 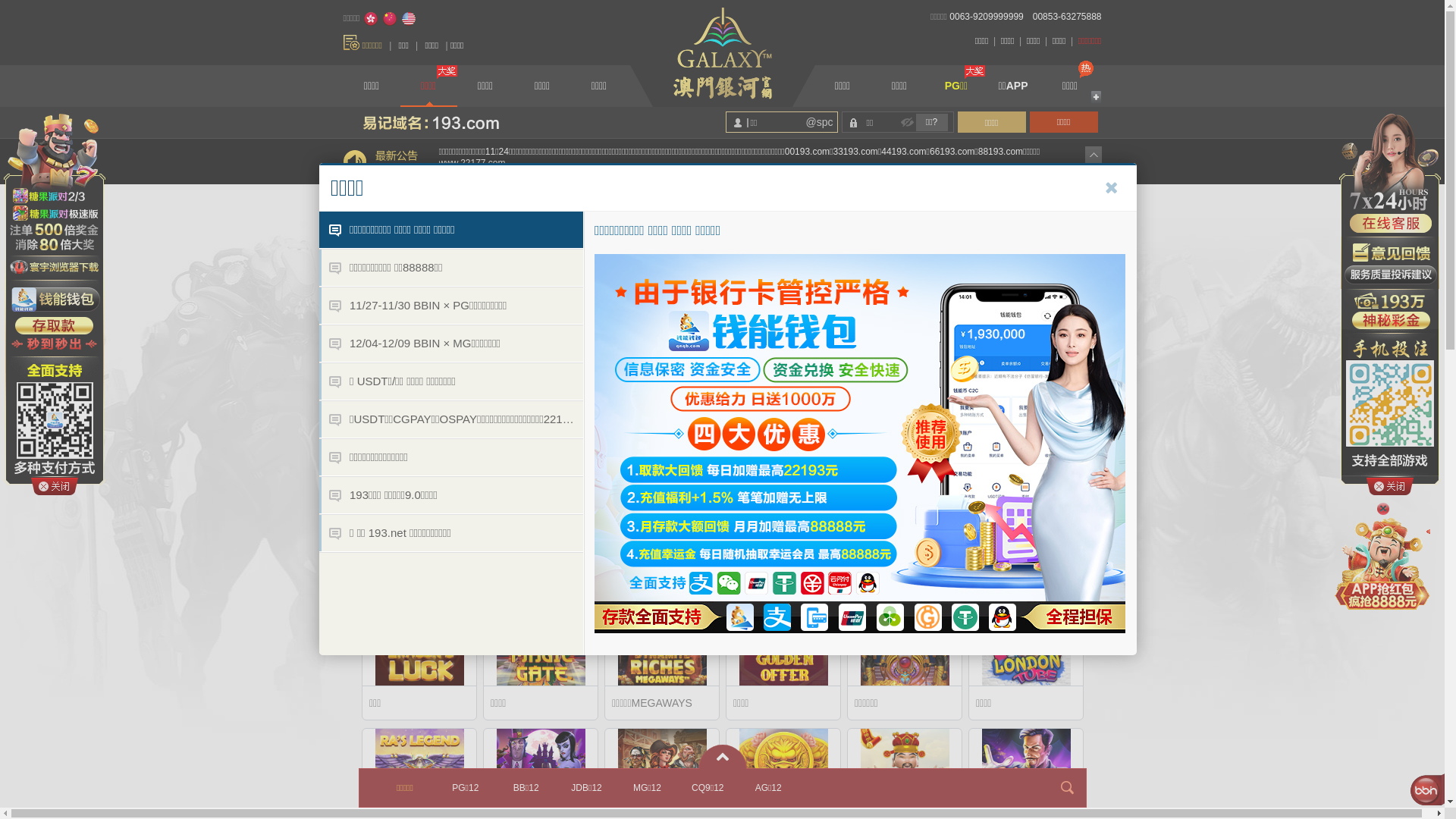 I want to click on 'English', so click(x=408, y=18).